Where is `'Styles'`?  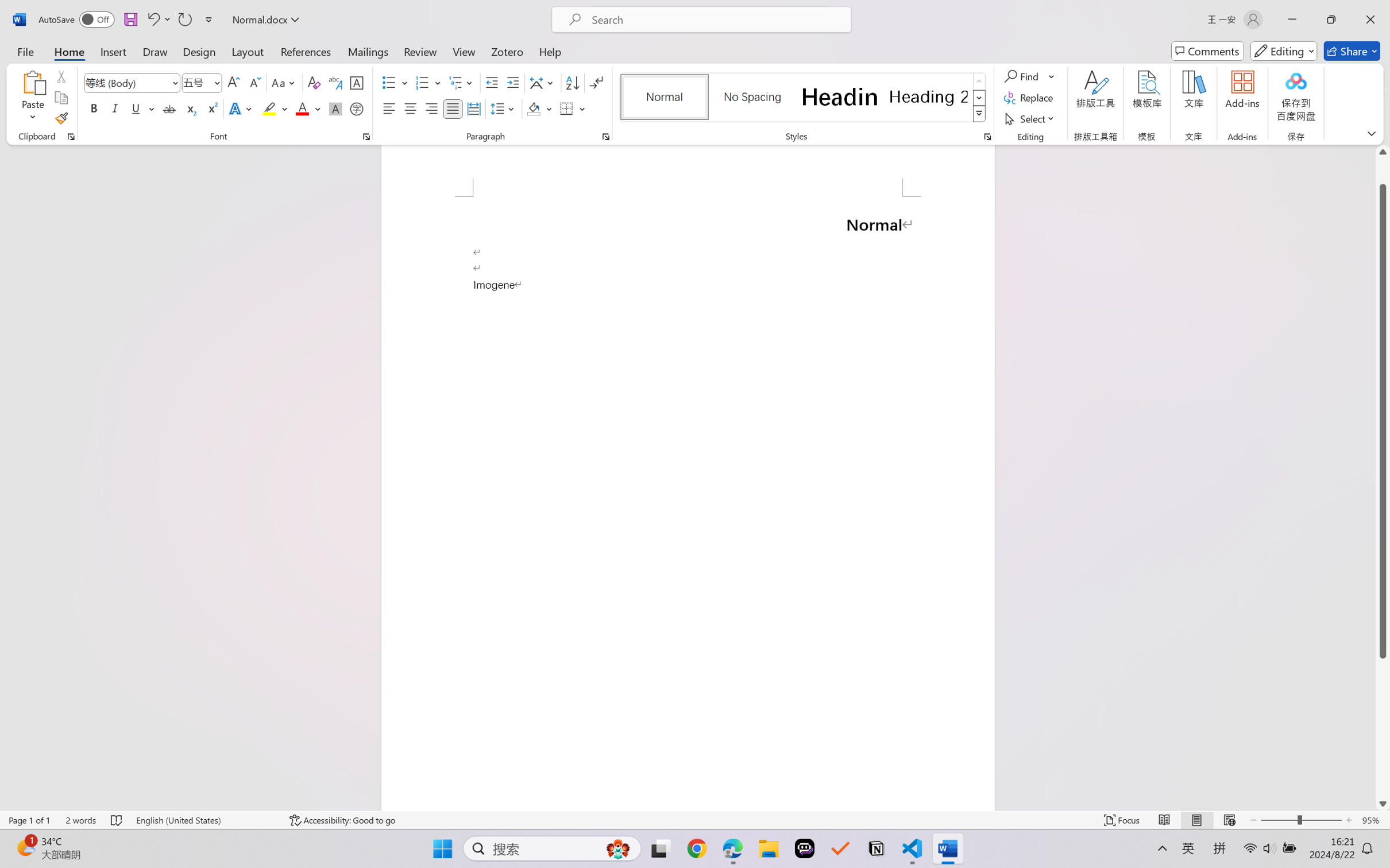 'Styles' is located at coordinates (978, 114).